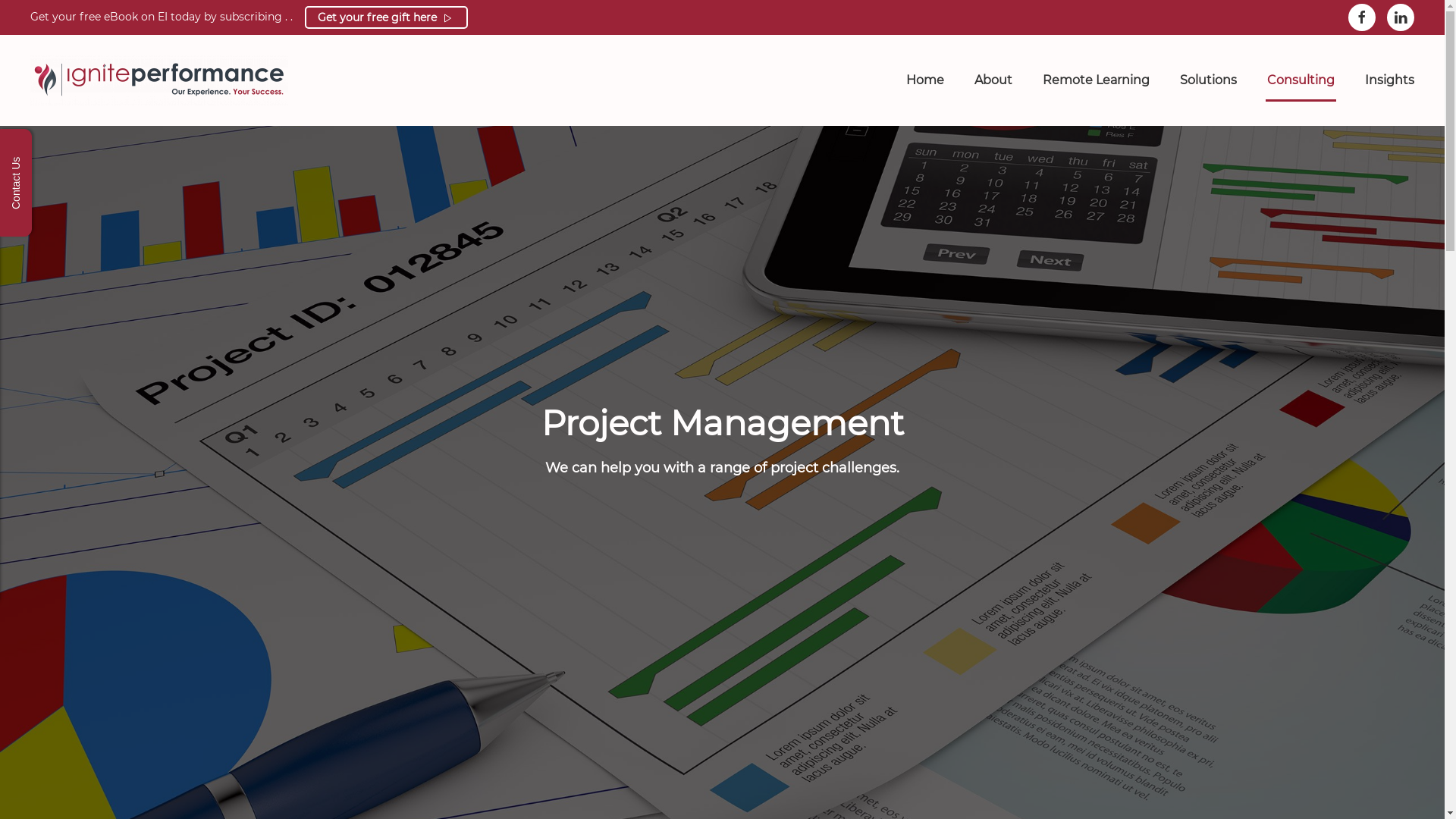 Image resolution: width=1456 pixels, height=819 pixels. Describe the element at coordinates (993, 80) in the screenshot. I see `'About'` at that location.